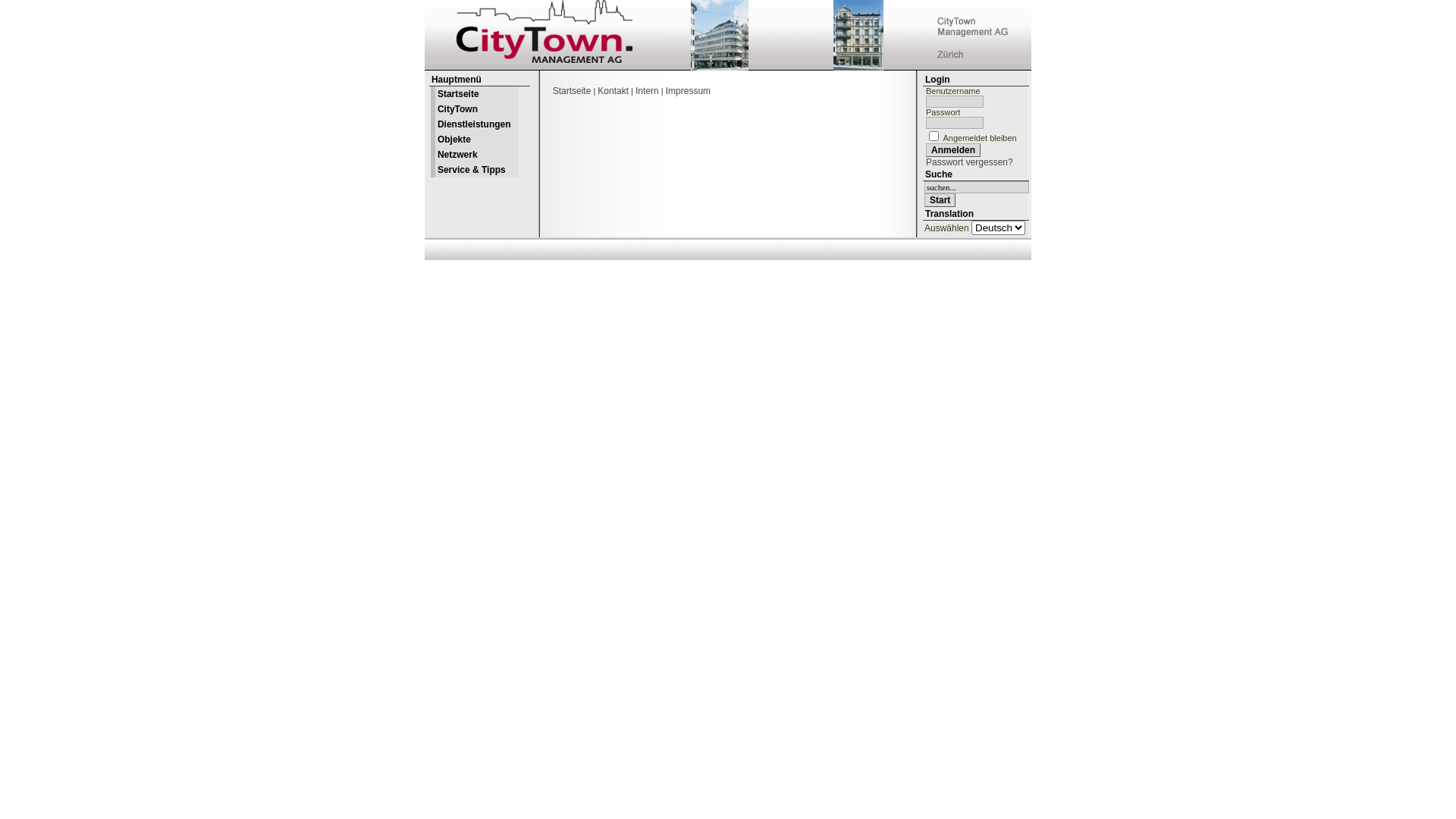  What do you see at coordinates (635, 90) in the screenshot?
I see `'Intern'` at bounding box center [635, 90].